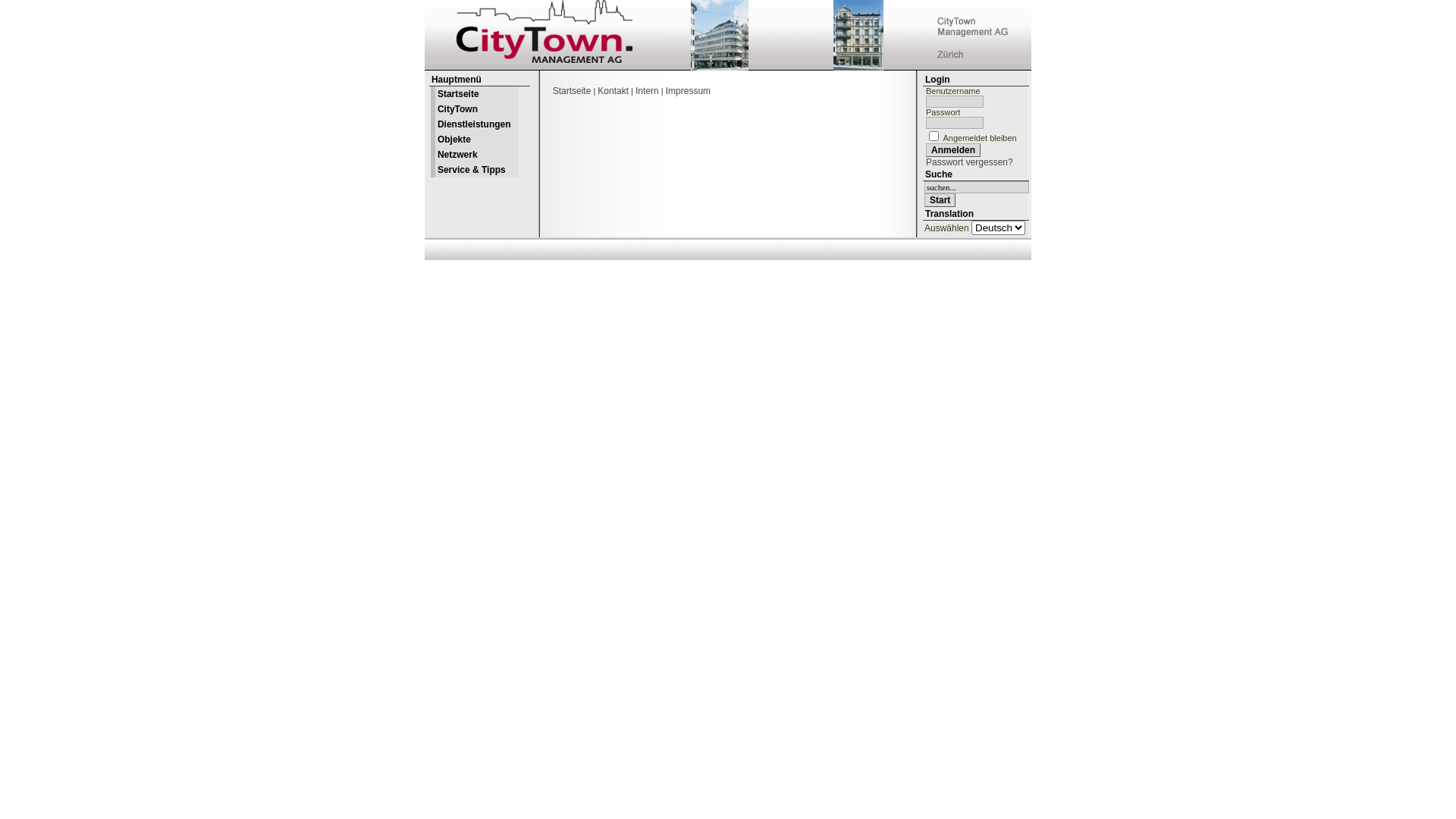  What do you see at coordinates (635, 90) in the screenshot?
I see `'Intern'` at bounding box center [635, 90].